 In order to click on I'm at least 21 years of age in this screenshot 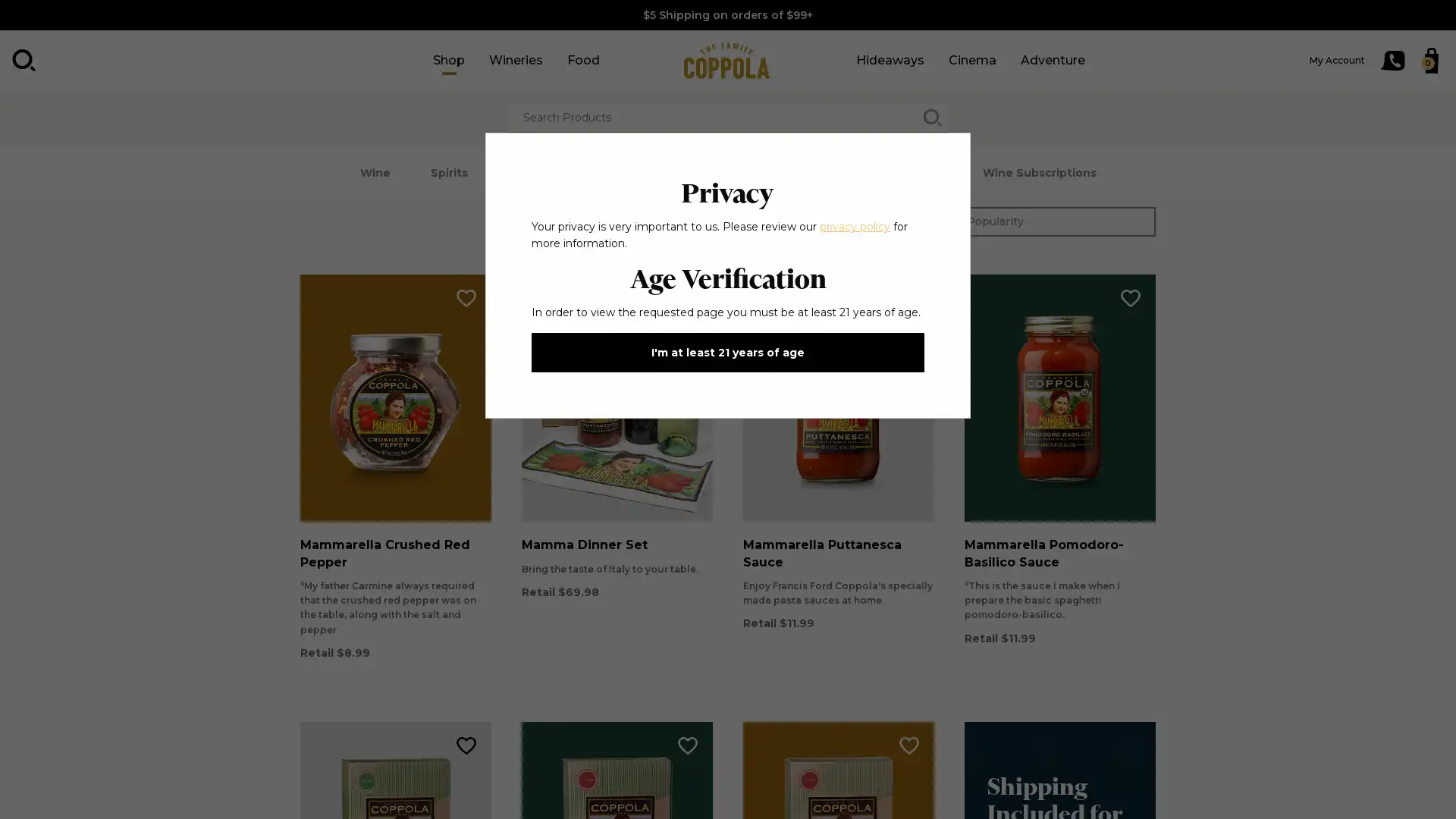, I will do `click(728, 353)`.